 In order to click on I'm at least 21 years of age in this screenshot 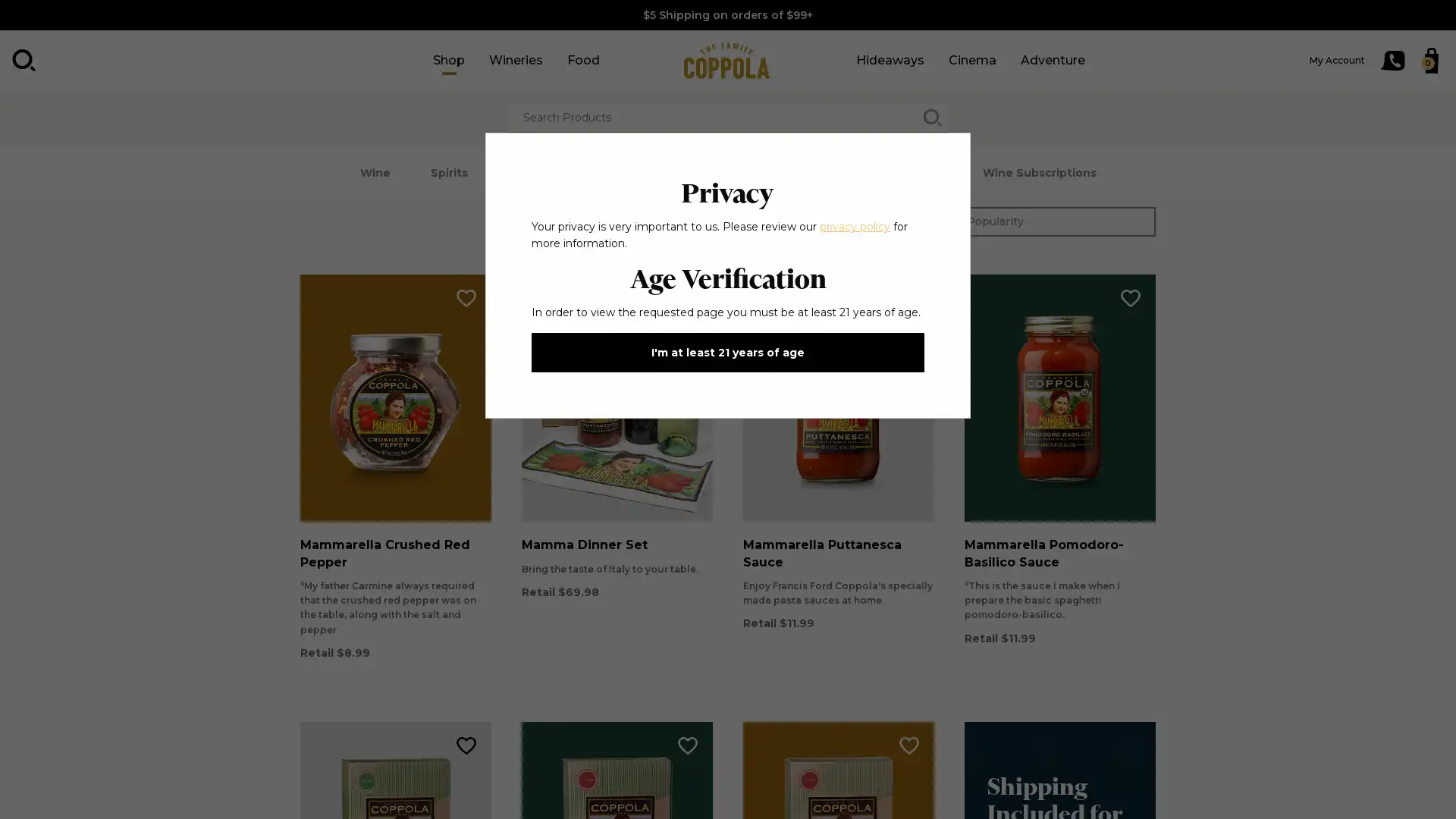, I will do `click(728, 353)`.